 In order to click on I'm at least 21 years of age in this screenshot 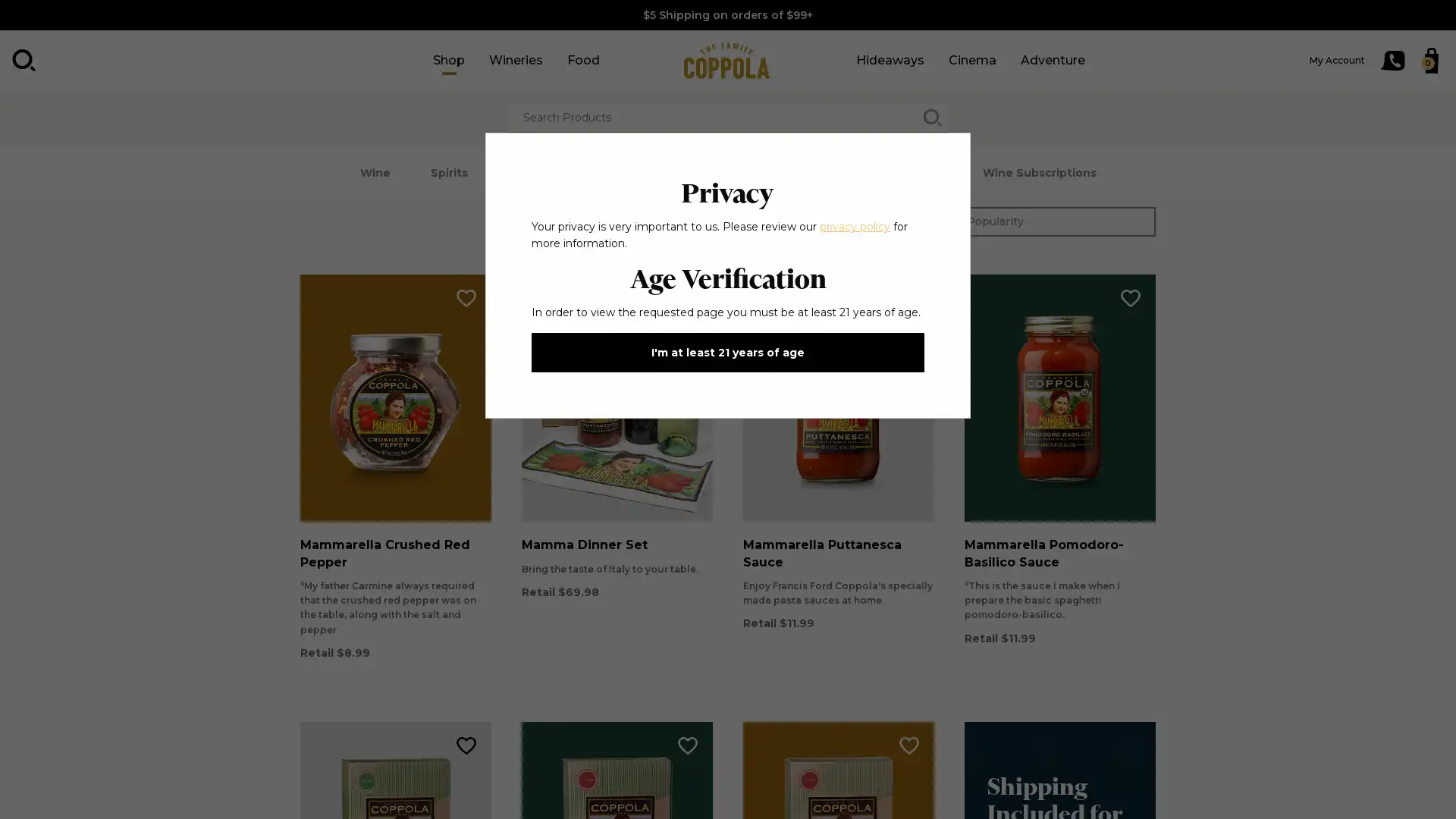, I will do `click(728, 353)`.